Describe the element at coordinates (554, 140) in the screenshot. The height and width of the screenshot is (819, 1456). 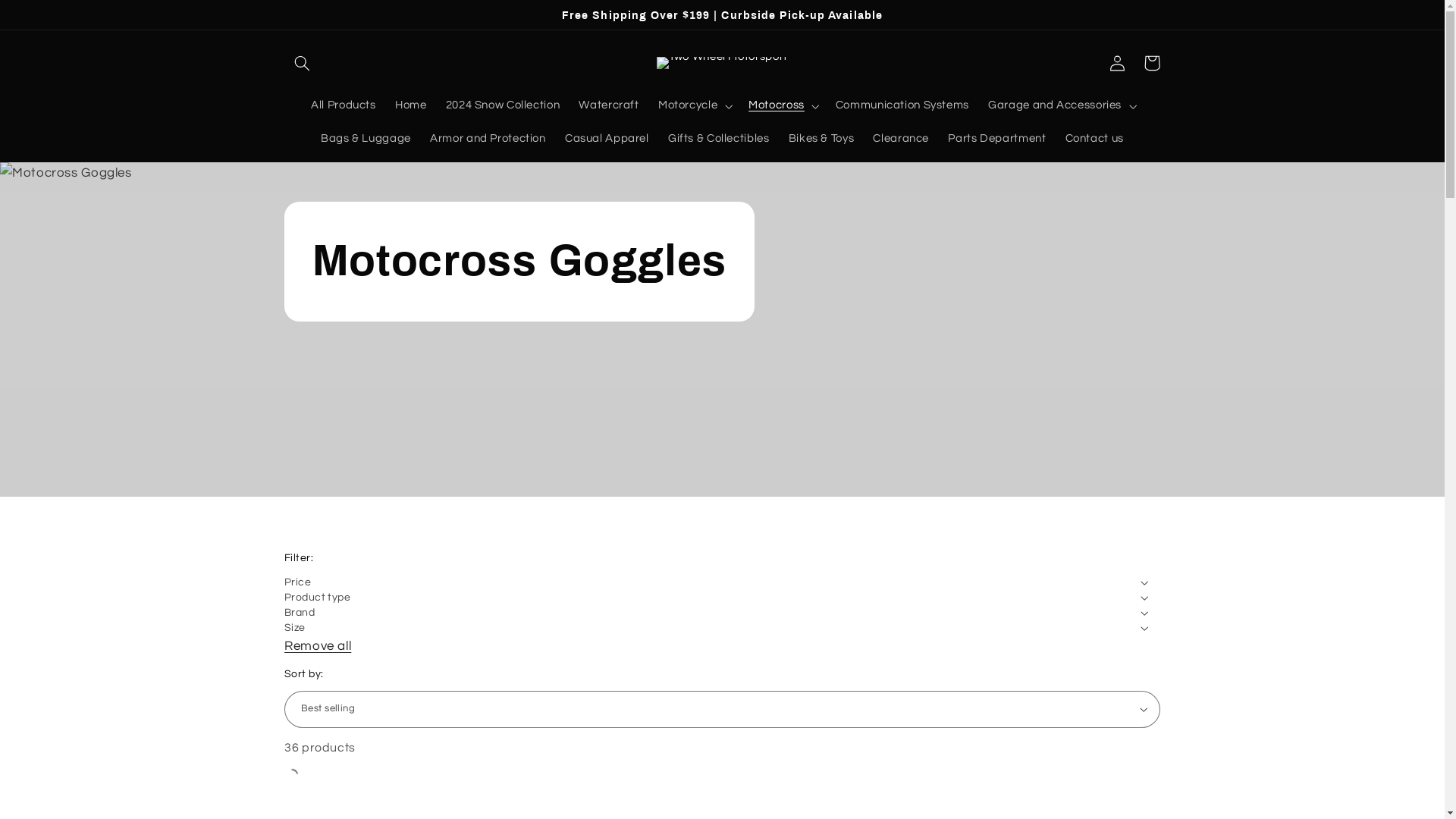
I see `'Casual Apparel'` at that location.